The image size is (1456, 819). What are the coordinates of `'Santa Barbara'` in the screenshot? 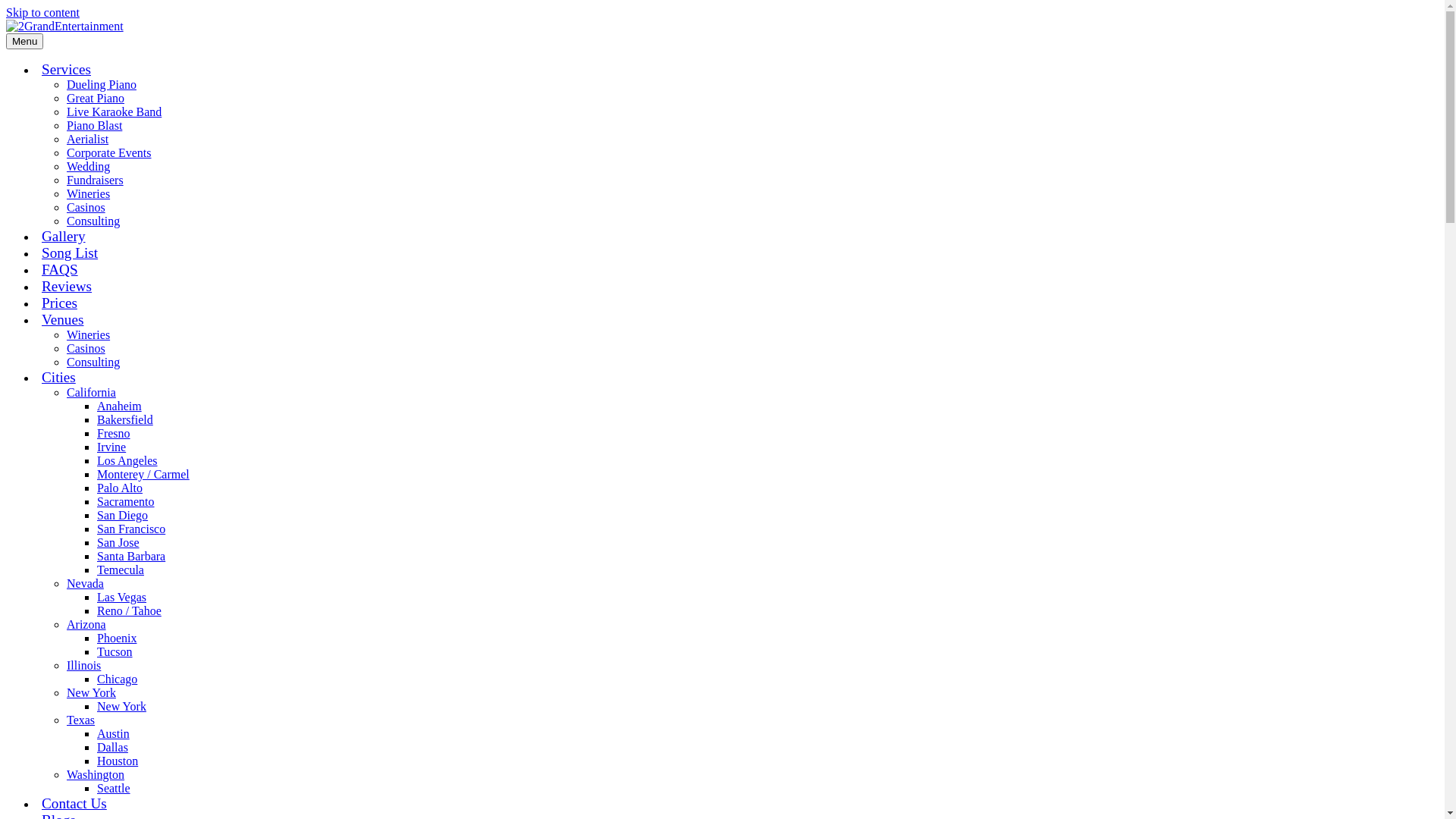 It's located at (130, 556).